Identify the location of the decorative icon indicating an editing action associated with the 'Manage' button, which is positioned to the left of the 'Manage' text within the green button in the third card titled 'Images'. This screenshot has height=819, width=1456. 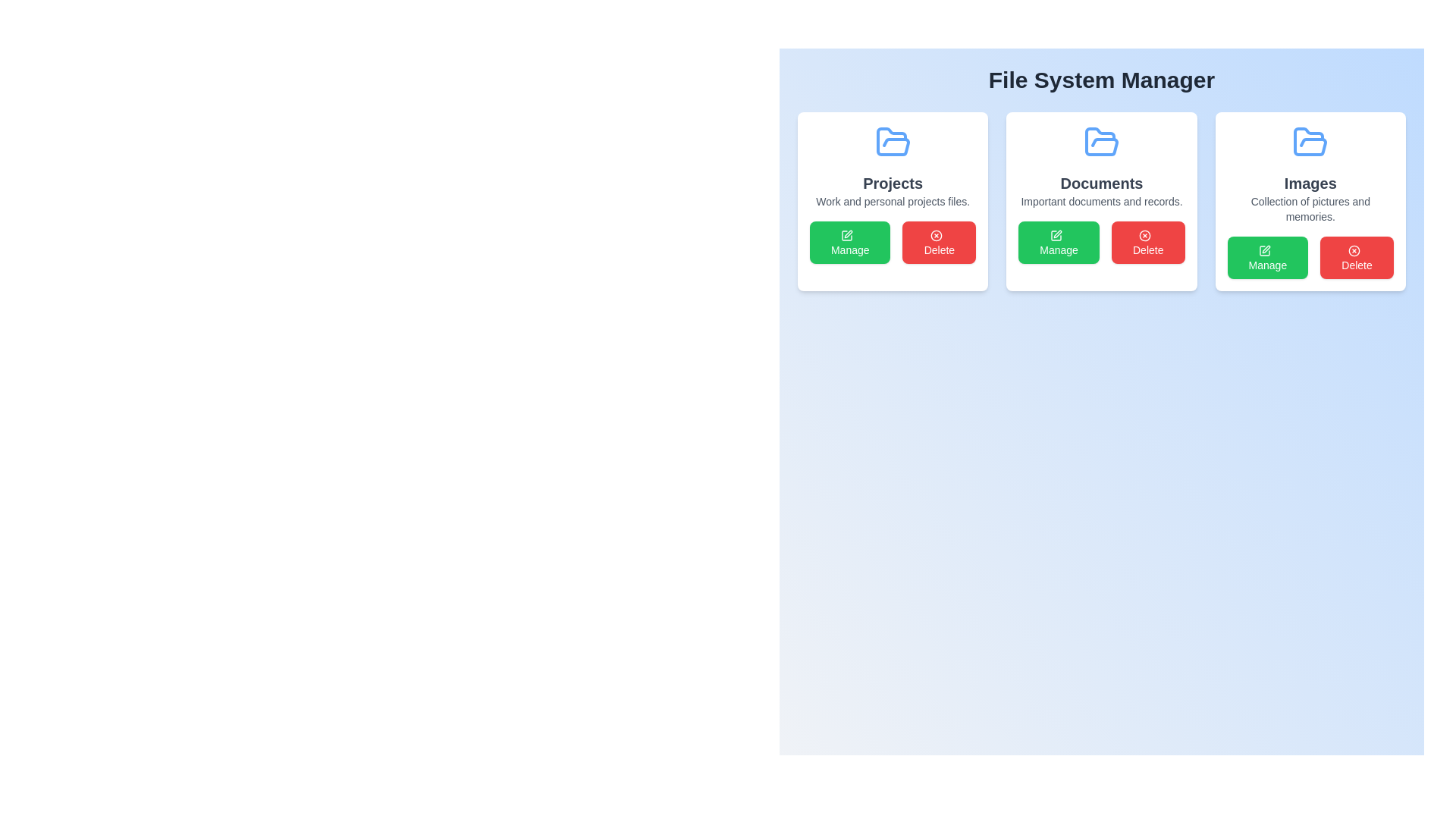
(1264, 250).